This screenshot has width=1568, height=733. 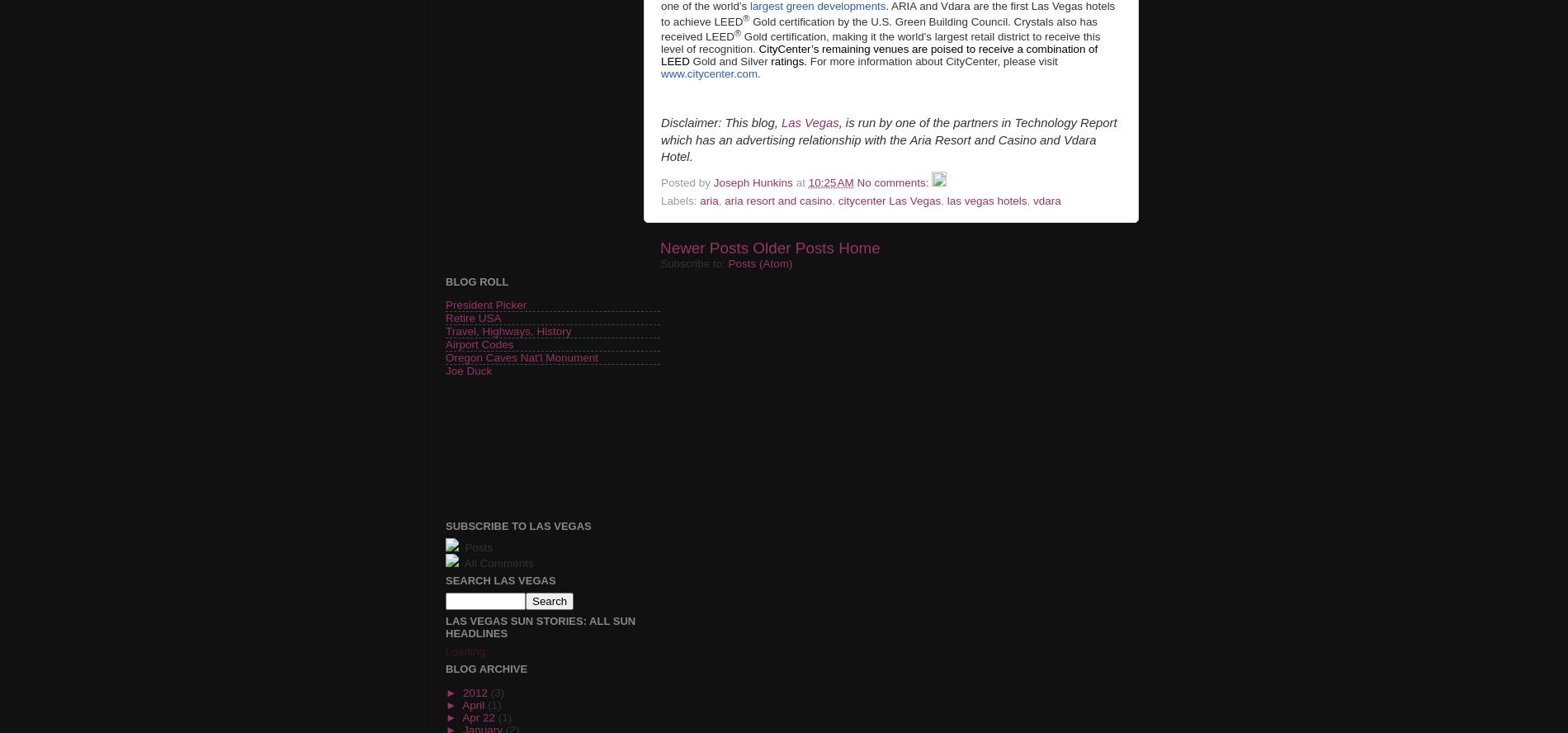 I want to click on 'Subscribe to Las Vegas', so click(x=517, y=525).